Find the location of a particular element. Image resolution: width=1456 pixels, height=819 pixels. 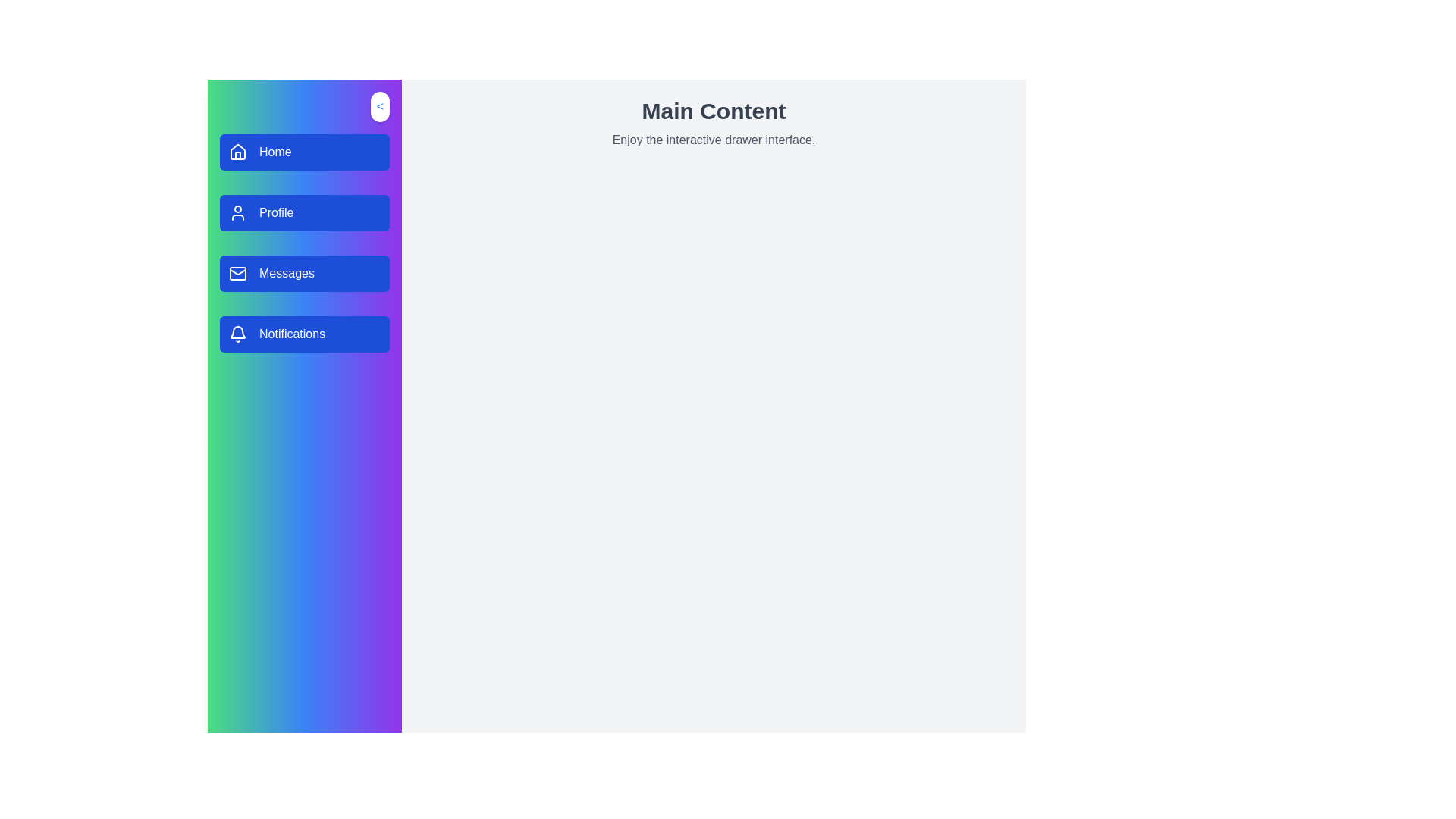

the 'Messages' text label within the third button of the vertical navigation menu on the left sidebar, which is styled in white color against a blue background is located at coordinates (287, 274).